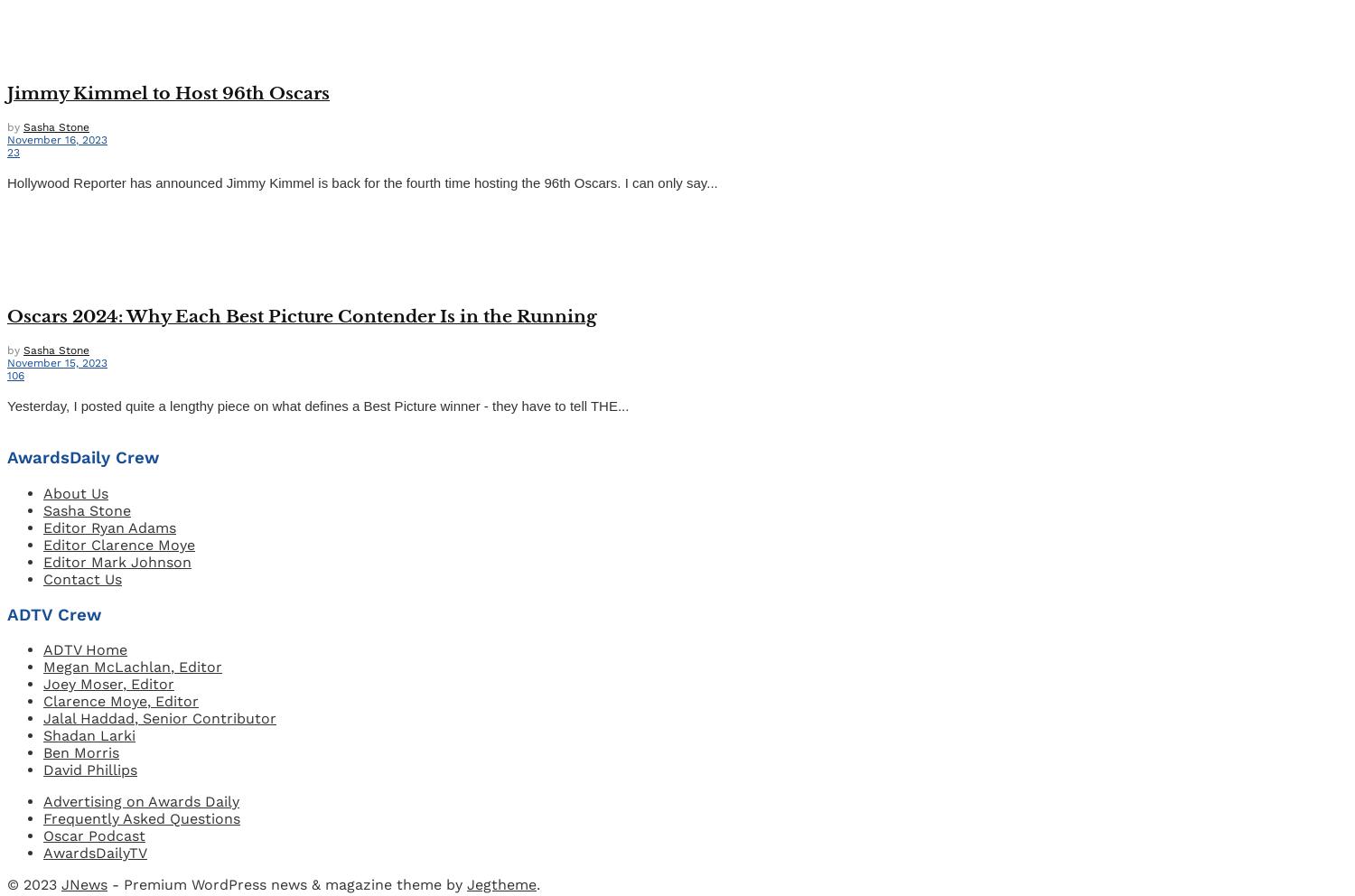 The image size is (1355, 896). Describe the element at coordinates (75, 493) in the screenshot. I see `'About Us'` at that location.